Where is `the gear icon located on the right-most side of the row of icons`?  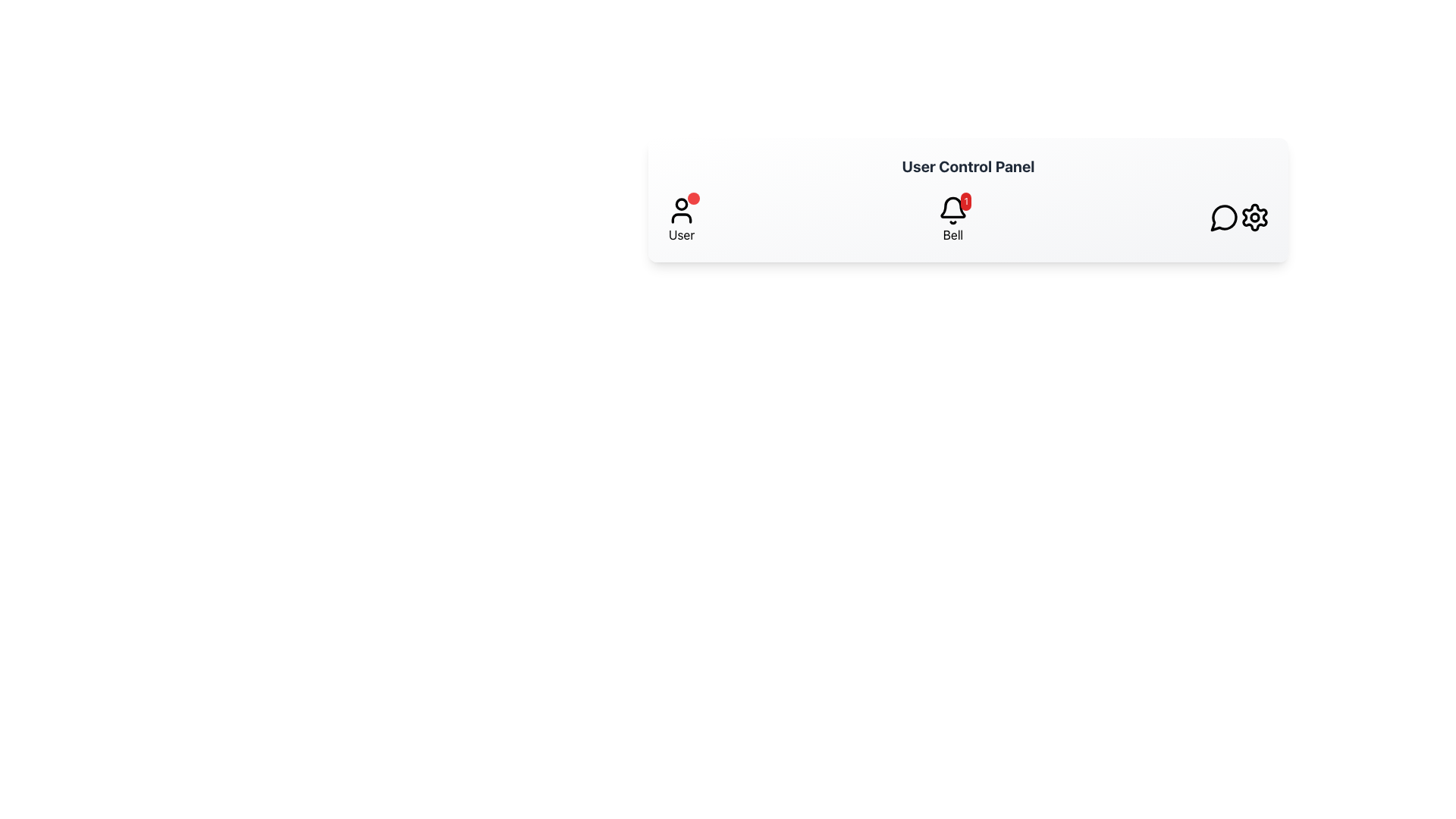 the gear icon located on the right-most side of the row of icons is located at coordinates (1255, 217).